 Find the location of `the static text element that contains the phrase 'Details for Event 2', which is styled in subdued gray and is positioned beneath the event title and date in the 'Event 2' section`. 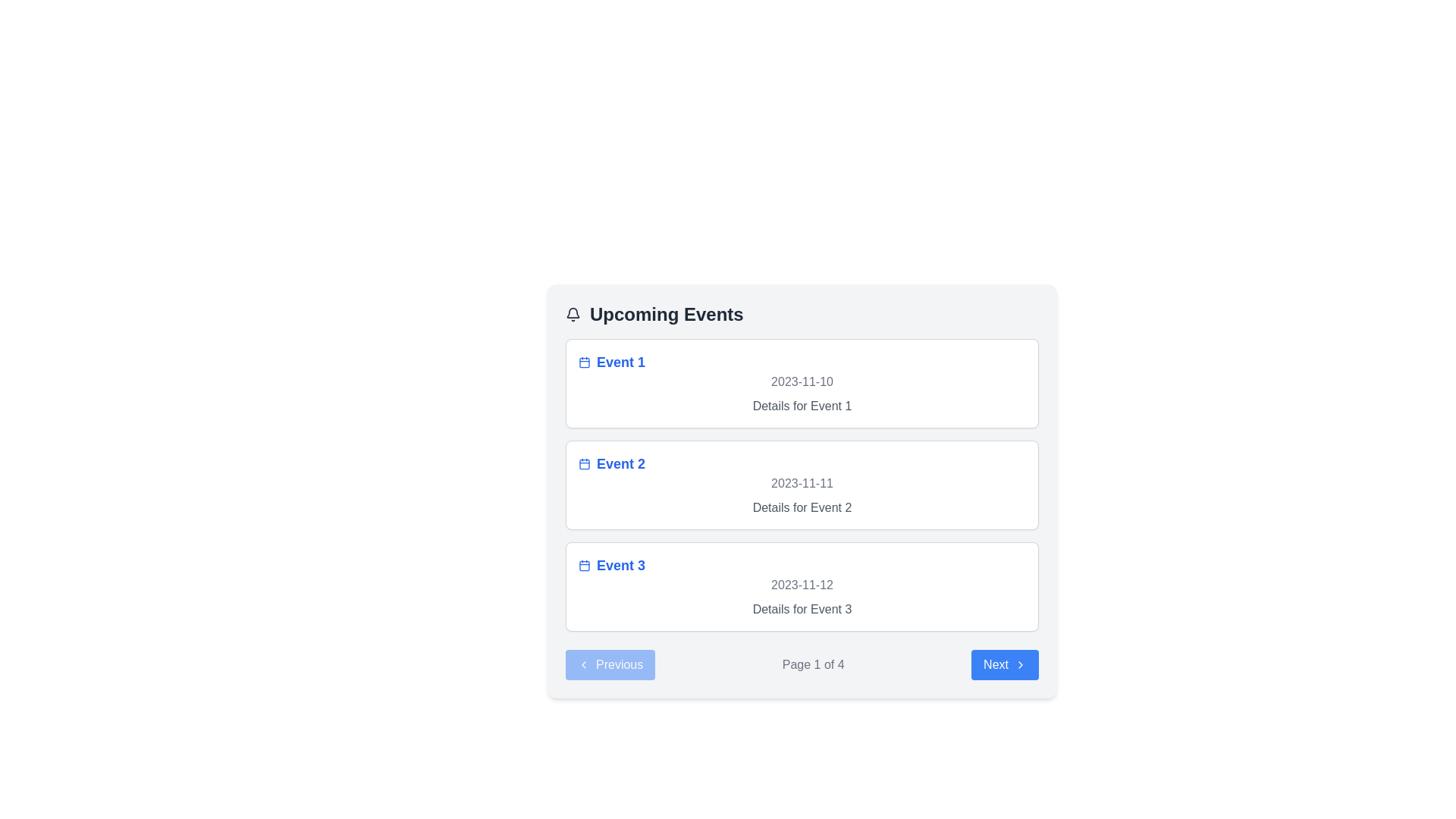

the static text element that contains the phrase 'Details for Event 2', which is styled in subdued gray and is positioned beneath the event title and date in the 'Event 2' section is located at coordinates (801, 508).